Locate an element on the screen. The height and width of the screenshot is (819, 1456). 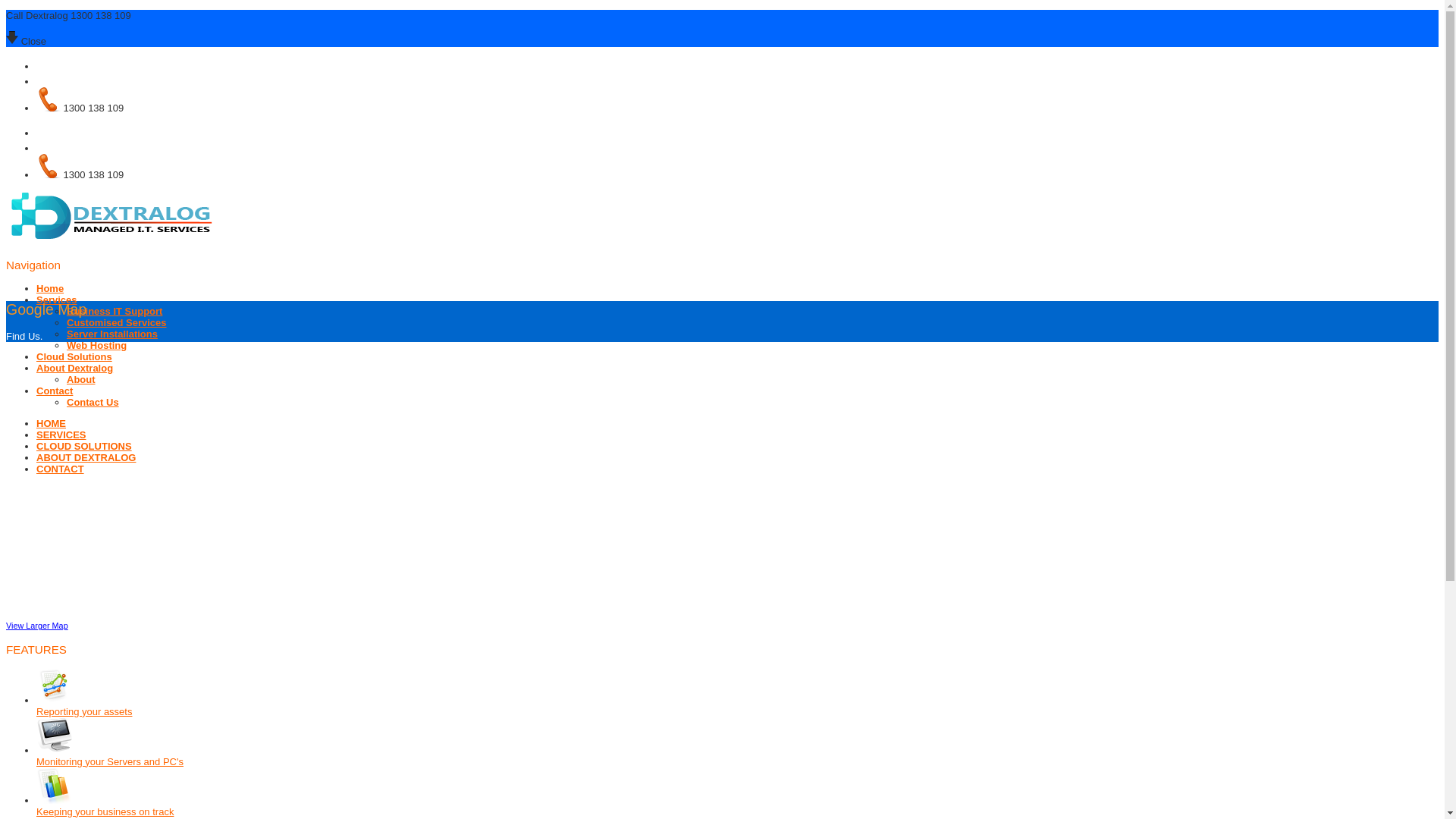
'View Larger Map' is located at coordinates (36, 626).